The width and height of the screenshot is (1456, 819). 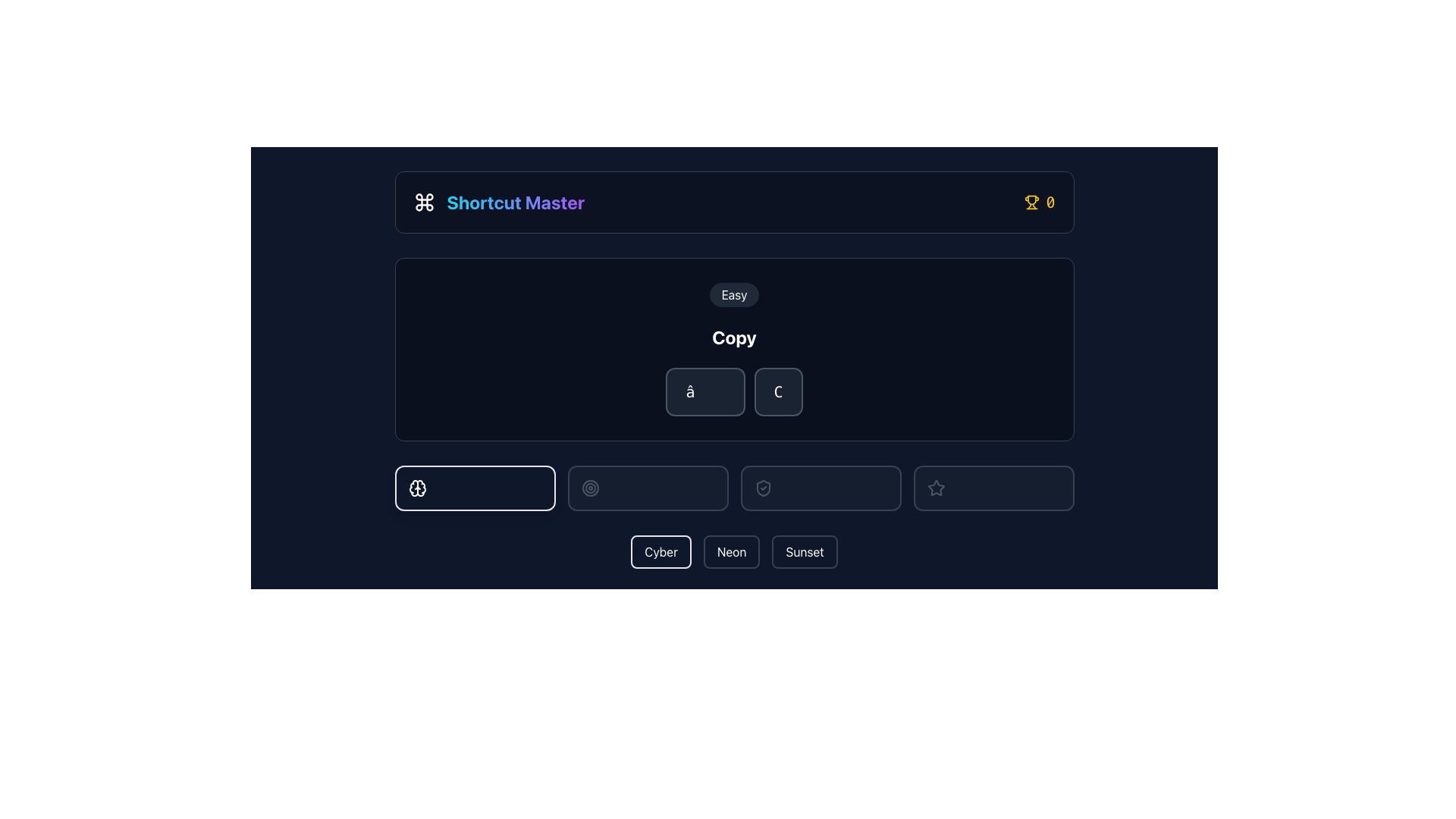 I want to click on the 'Neon' option selection button, which is centrally located at the bottom section of the interface, between the 'Cyber' and 'Sunset' buttons, so click(x=732, y=552).